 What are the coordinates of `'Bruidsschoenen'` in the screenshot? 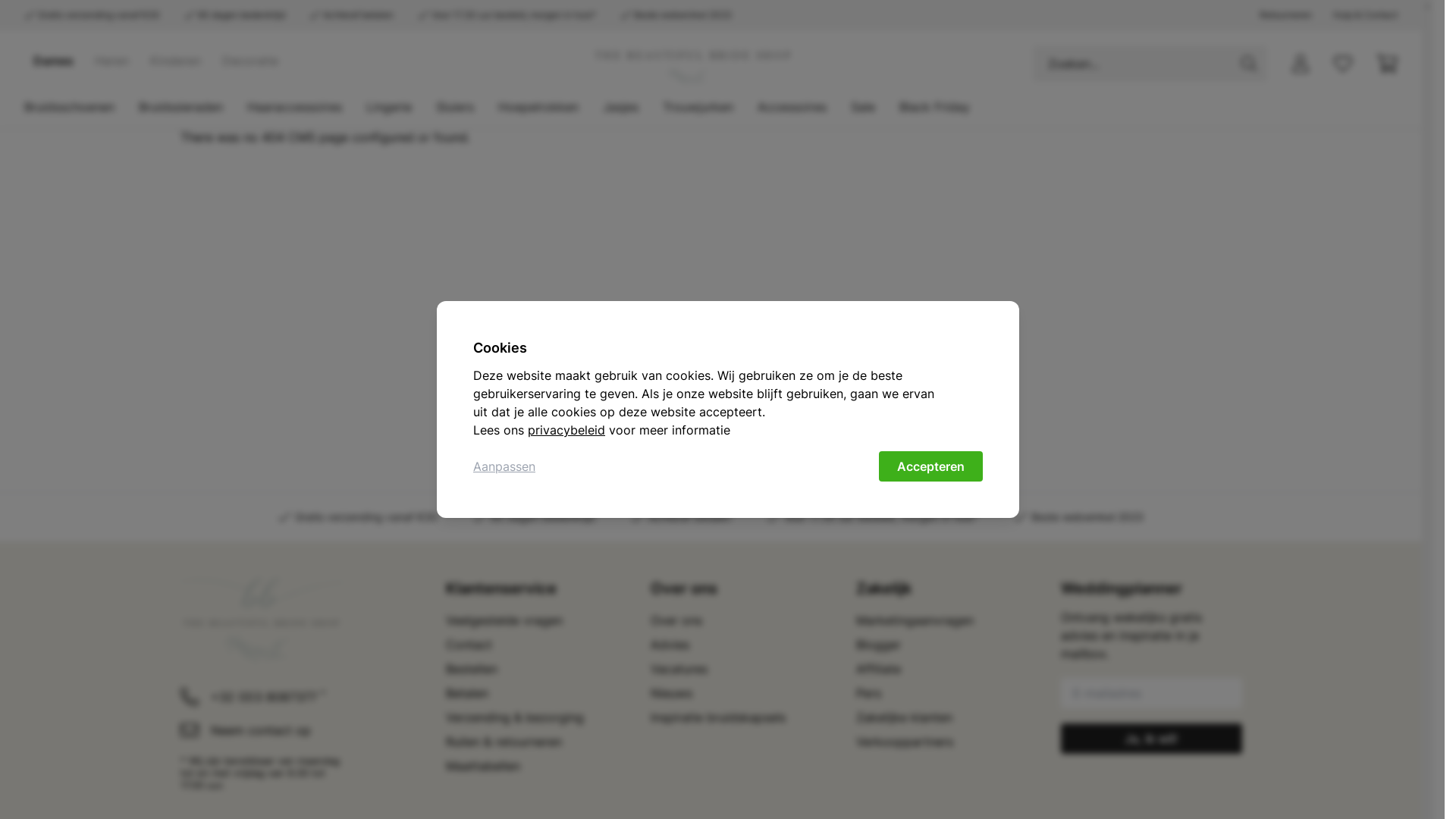 It's located at (68, 106).